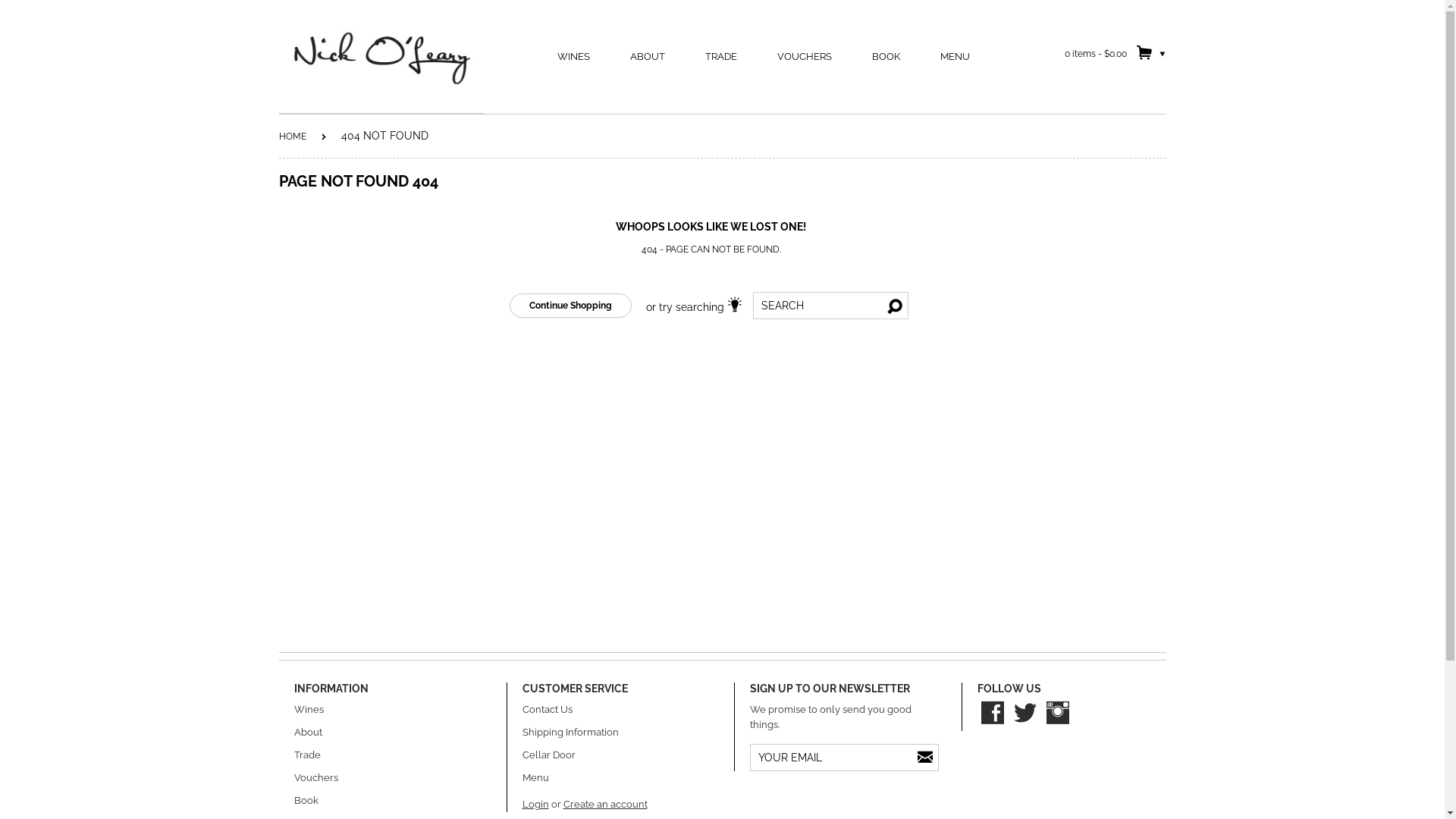 This screenshot has height=819, width=1456. What do you see at coordinates (648, 55) in the screenshot?
I see `'ABOUT'` at bounding box center [648, 55].